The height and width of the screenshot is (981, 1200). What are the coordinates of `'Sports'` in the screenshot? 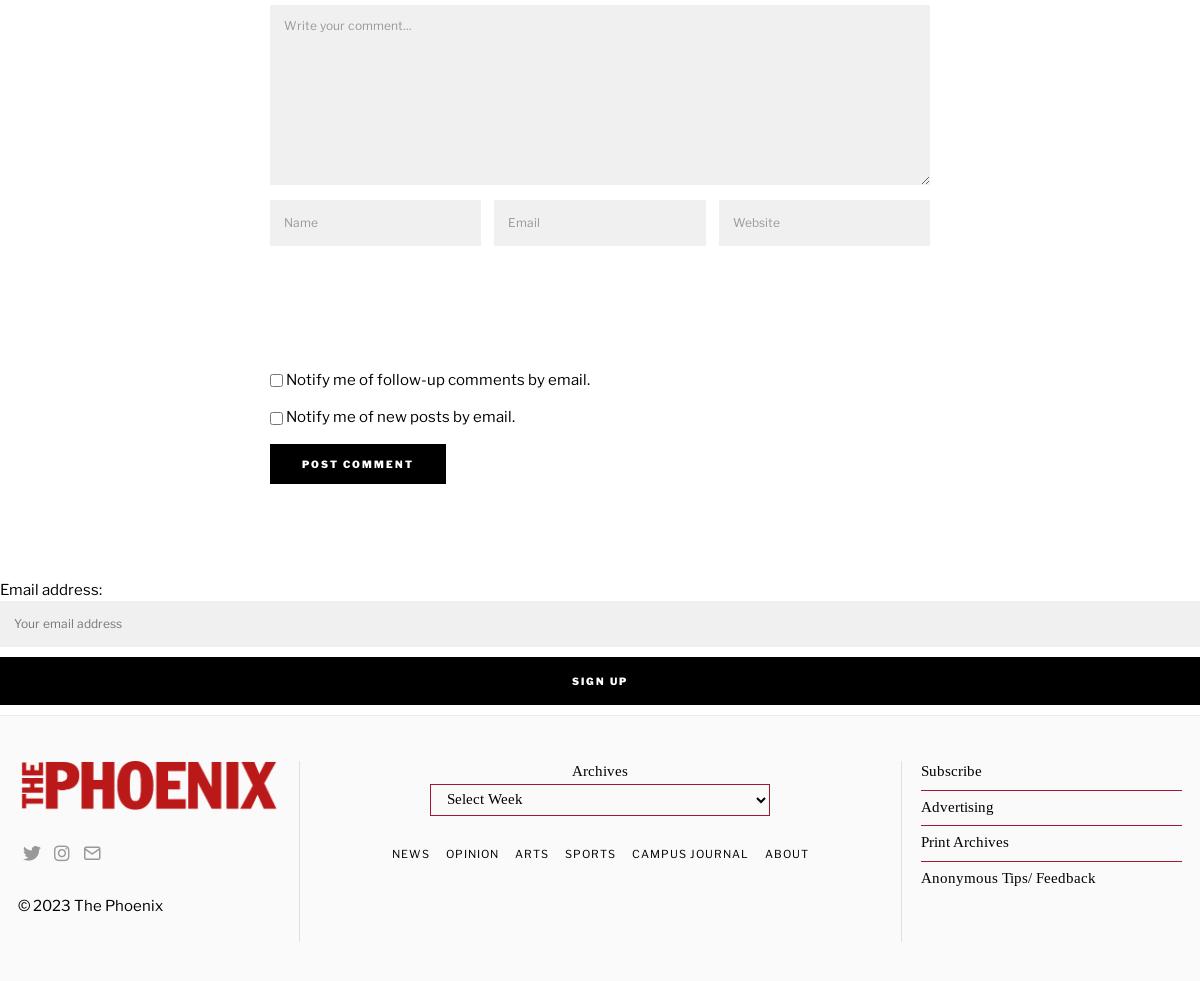 It's located at (588, 852).